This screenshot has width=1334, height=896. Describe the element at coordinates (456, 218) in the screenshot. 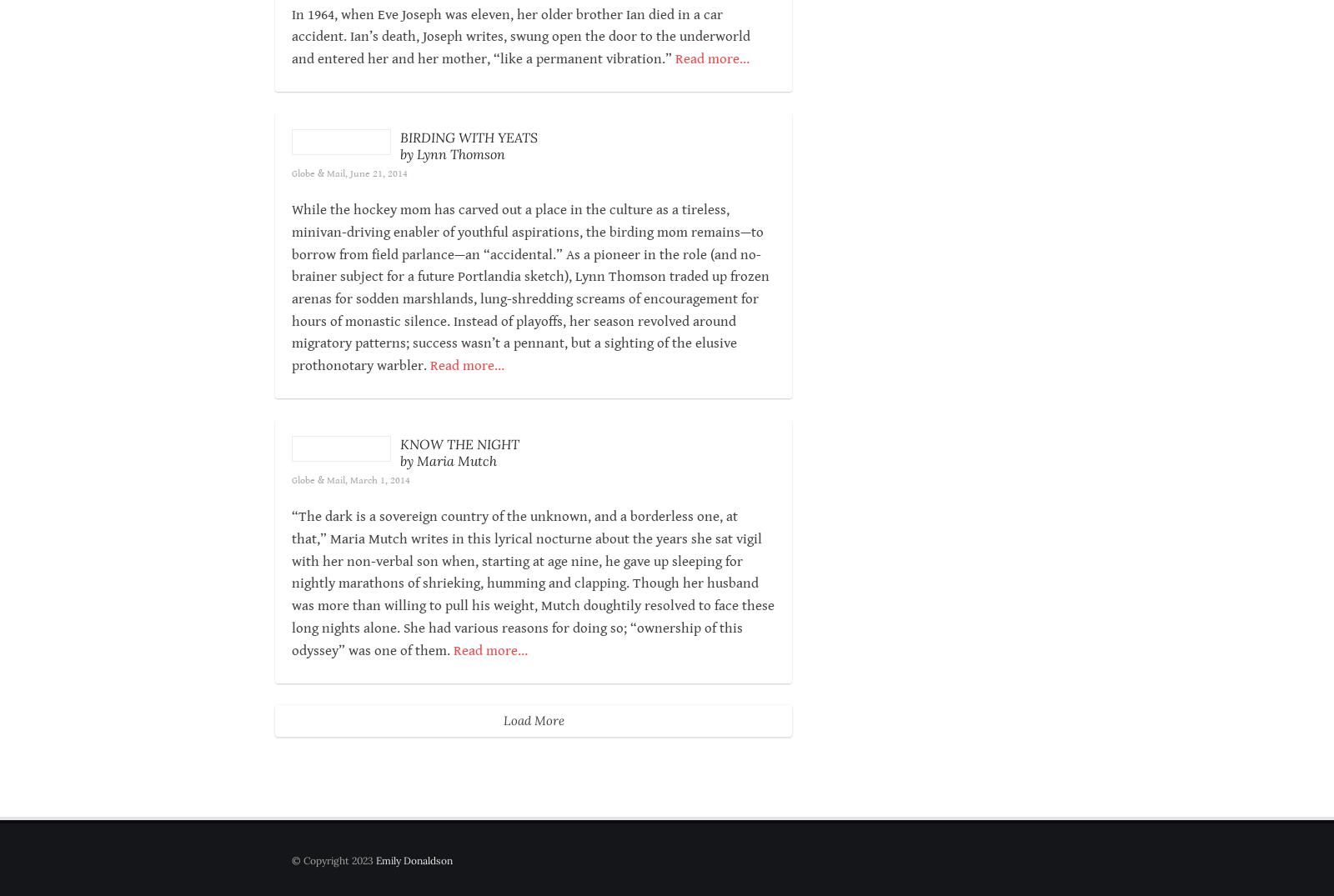

I see `'Globe & Mail, June 21, 2014'` at that location.